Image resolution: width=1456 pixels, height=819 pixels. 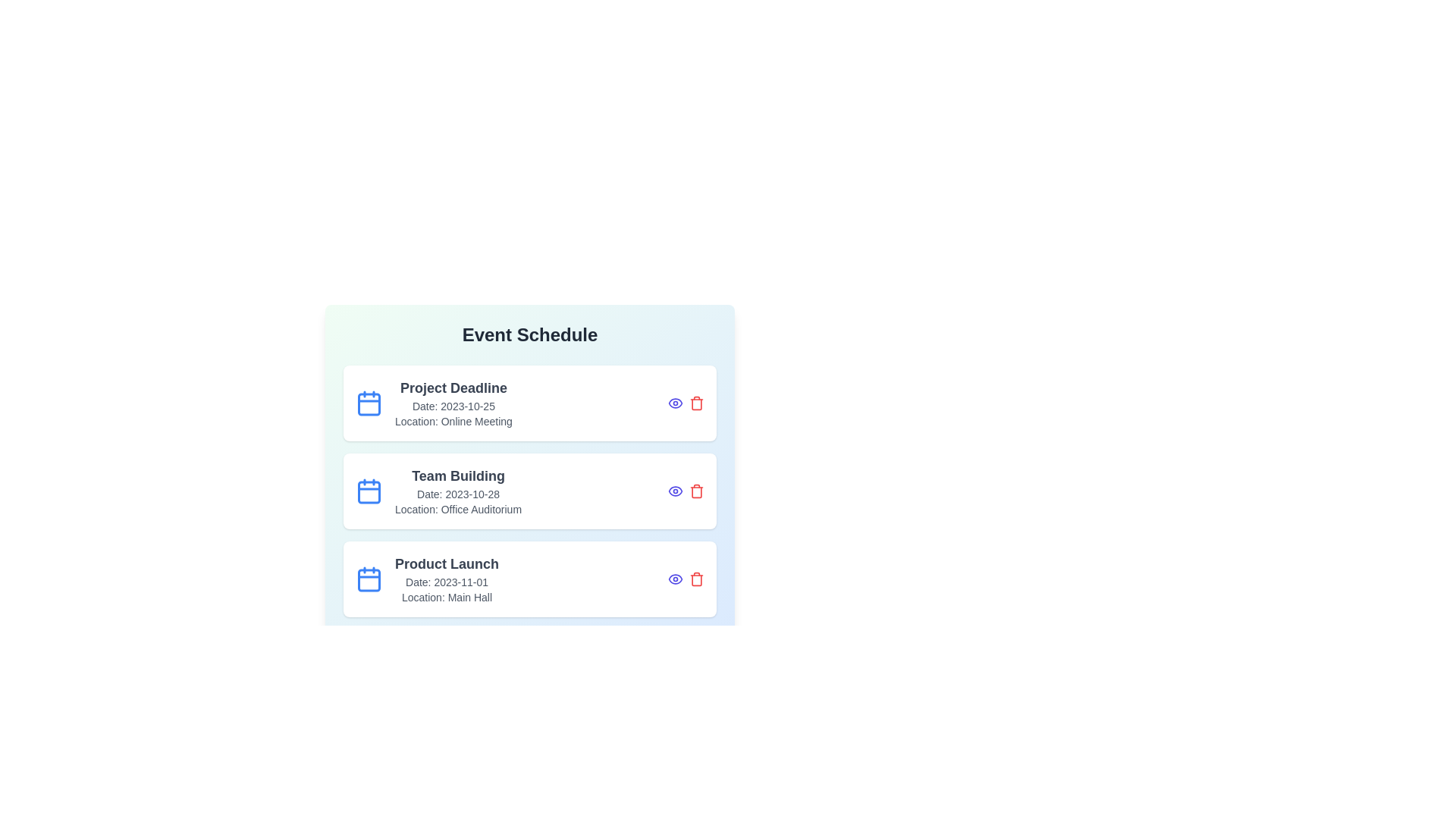 What do you see at coordinates (369, 403) in the screenshot?
I see `the calendar icon for the event Project Deadline` at bounding box center [369, 403].